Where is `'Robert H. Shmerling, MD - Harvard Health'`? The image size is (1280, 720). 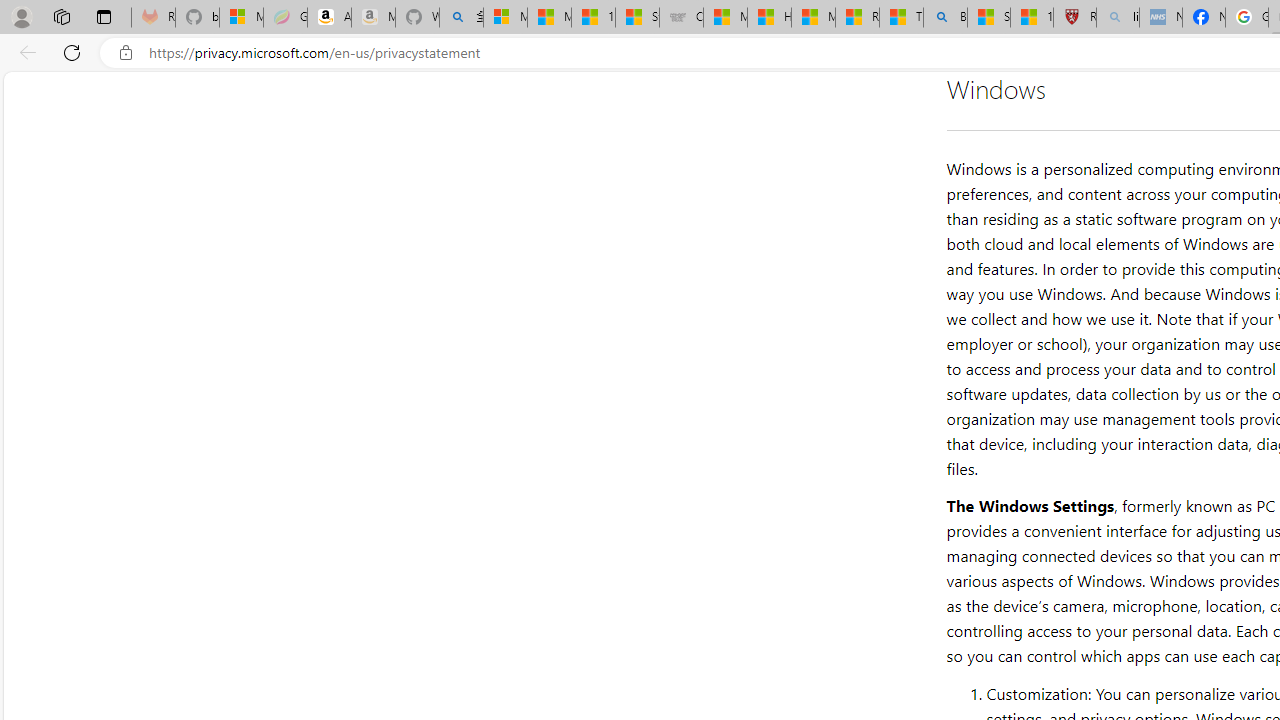
'Robert H. Shmerling, MD - Harvard Health' is located at coordinates (1073, 17).